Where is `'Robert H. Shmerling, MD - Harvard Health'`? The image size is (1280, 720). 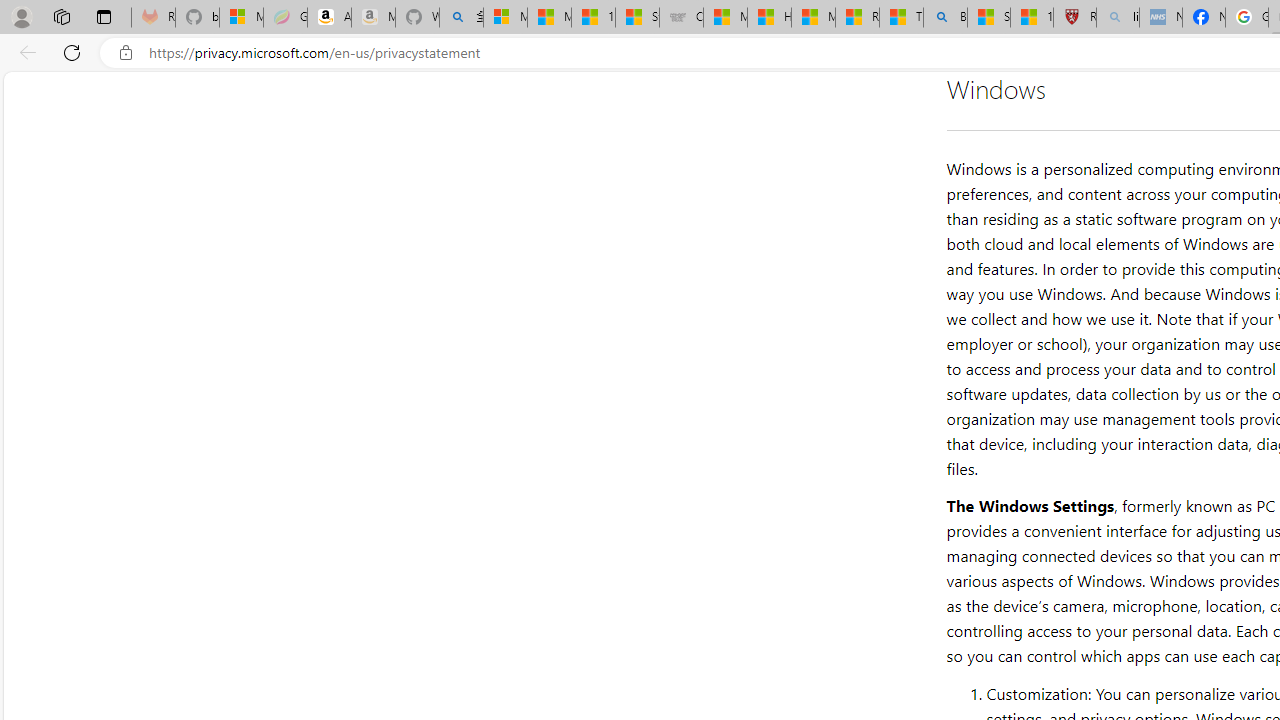
'Robert H. Shmerling, MD - Harvard Health' is located at coordinates (1073, 17).